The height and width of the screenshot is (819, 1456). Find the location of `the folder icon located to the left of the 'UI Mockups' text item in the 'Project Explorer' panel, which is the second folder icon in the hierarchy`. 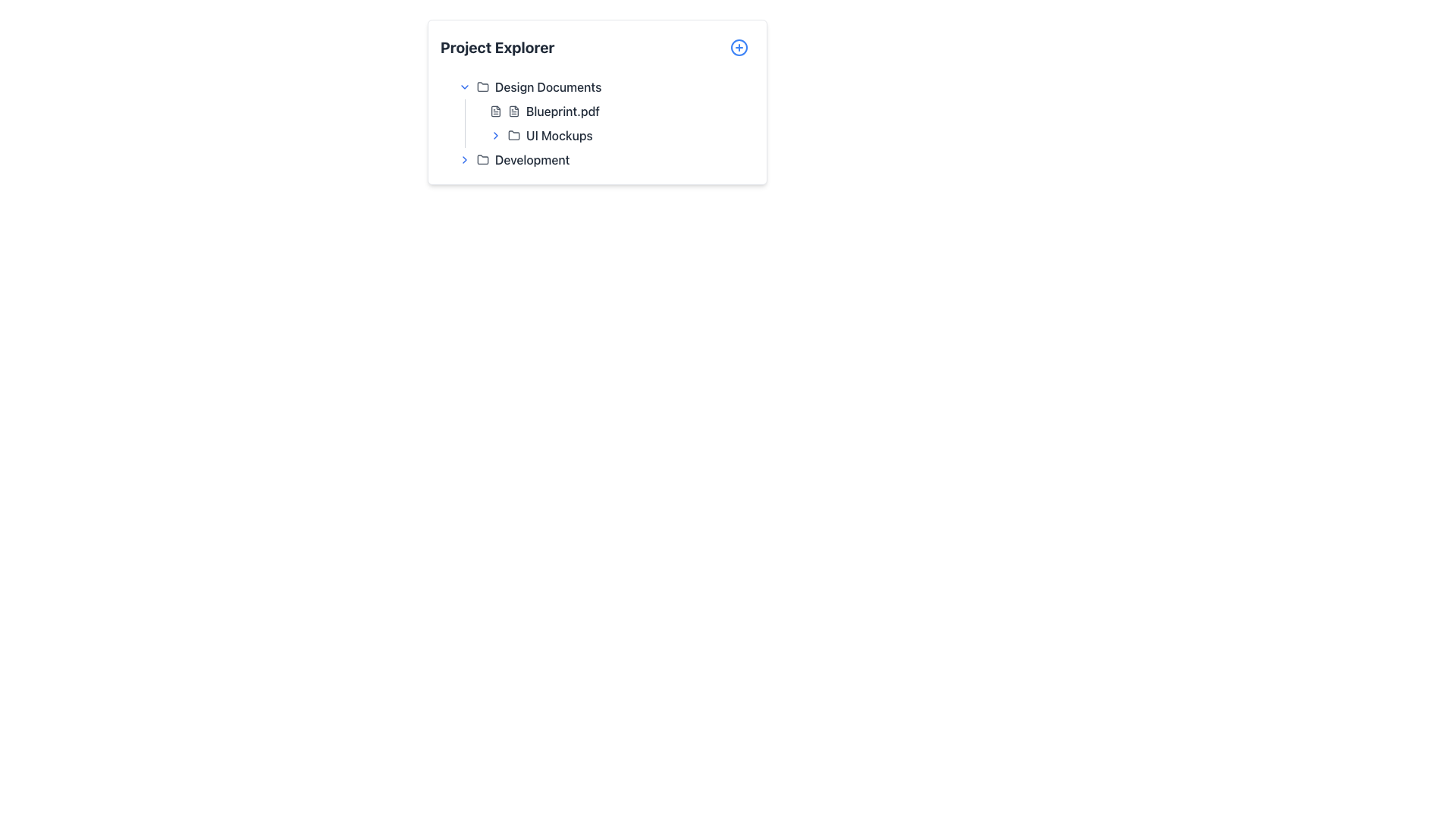

the folder icon located to the left of the 'UI Mockups' text item in the 'Project Explorer' panel, which is the second folder icon in the hierarchy is located at coordinates (513, 133).